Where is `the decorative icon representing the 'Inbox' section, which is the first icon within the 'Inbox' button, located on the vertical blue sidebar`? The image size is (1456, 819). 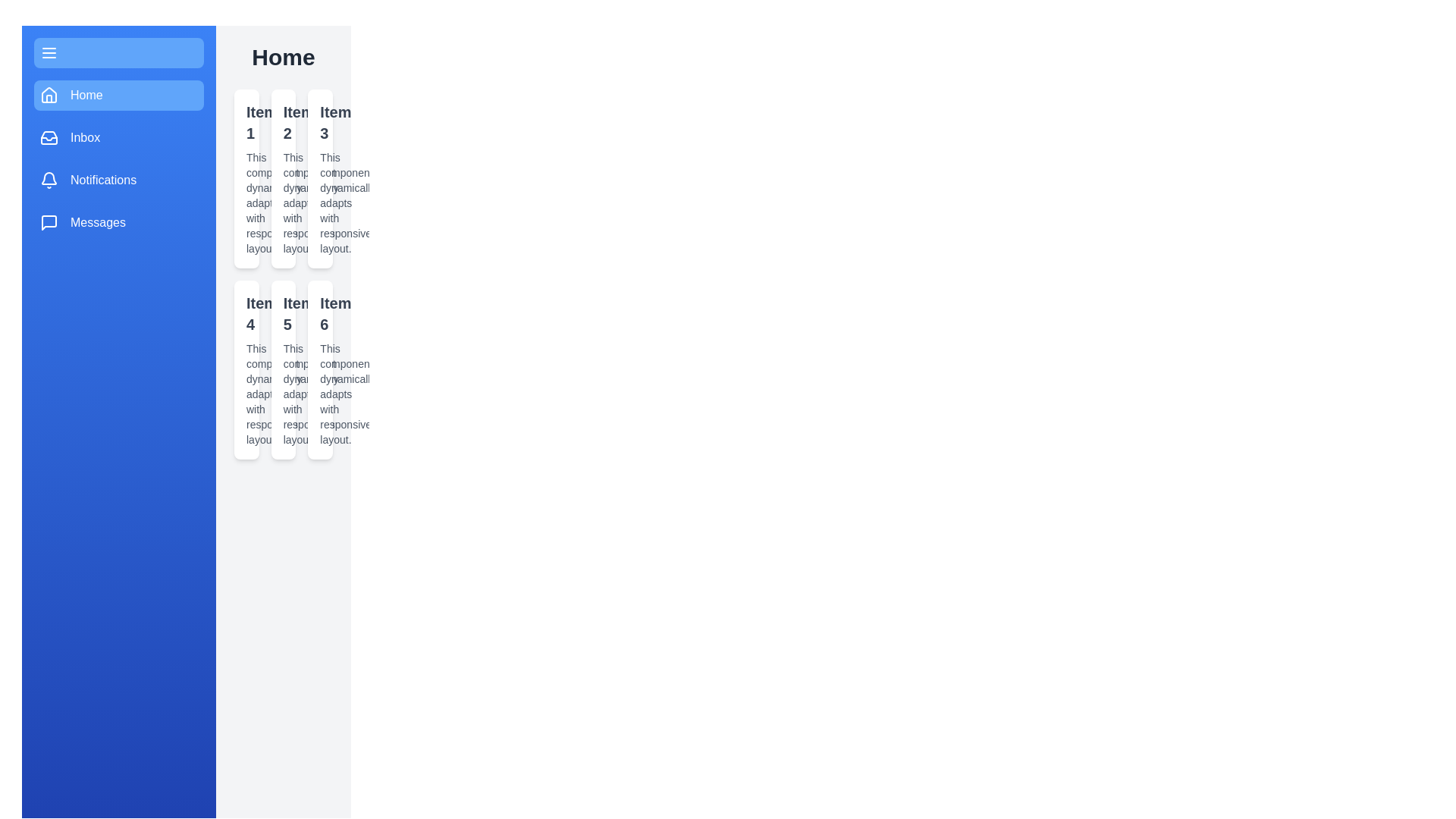
the decorative icon representing the 'Inbox' section, which is the first icon within the 'Inbox' button, located on the vertical blue sidebar is located at coordinates (49, 137).